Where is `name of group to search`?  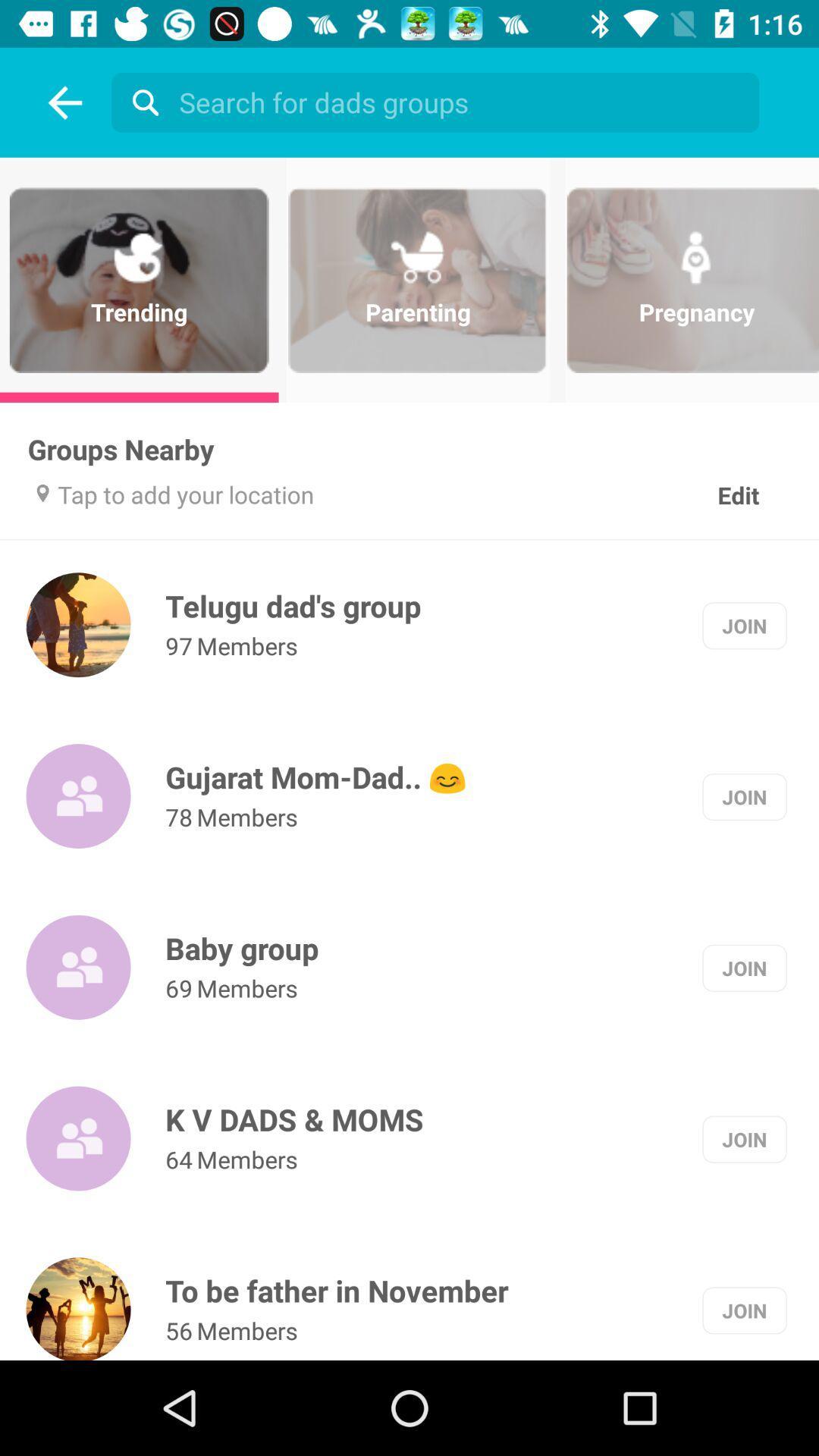
name of group to search is located at coordinates (439, 101).